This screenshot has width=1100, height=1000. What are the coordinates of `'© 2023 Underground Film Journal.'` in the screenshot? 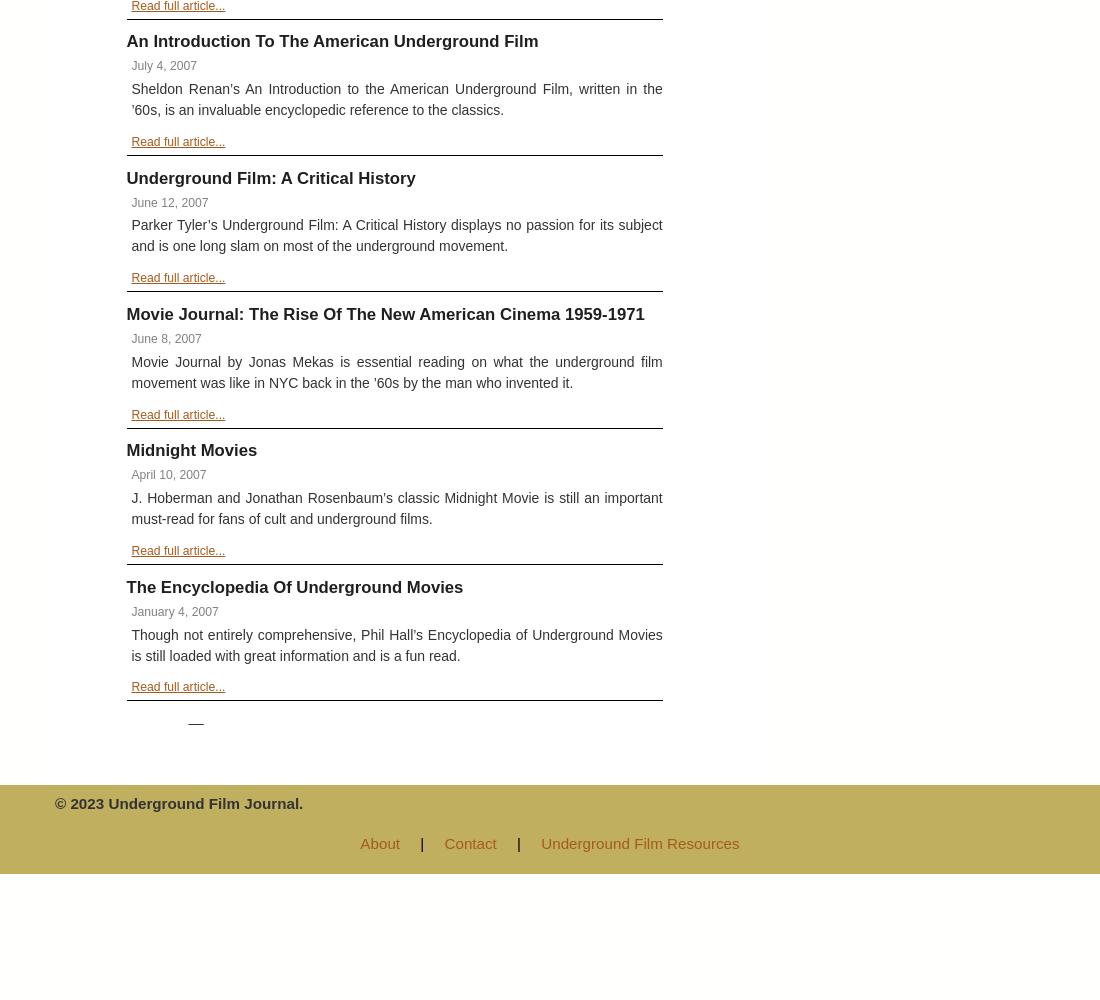 It's located at (177, 802).